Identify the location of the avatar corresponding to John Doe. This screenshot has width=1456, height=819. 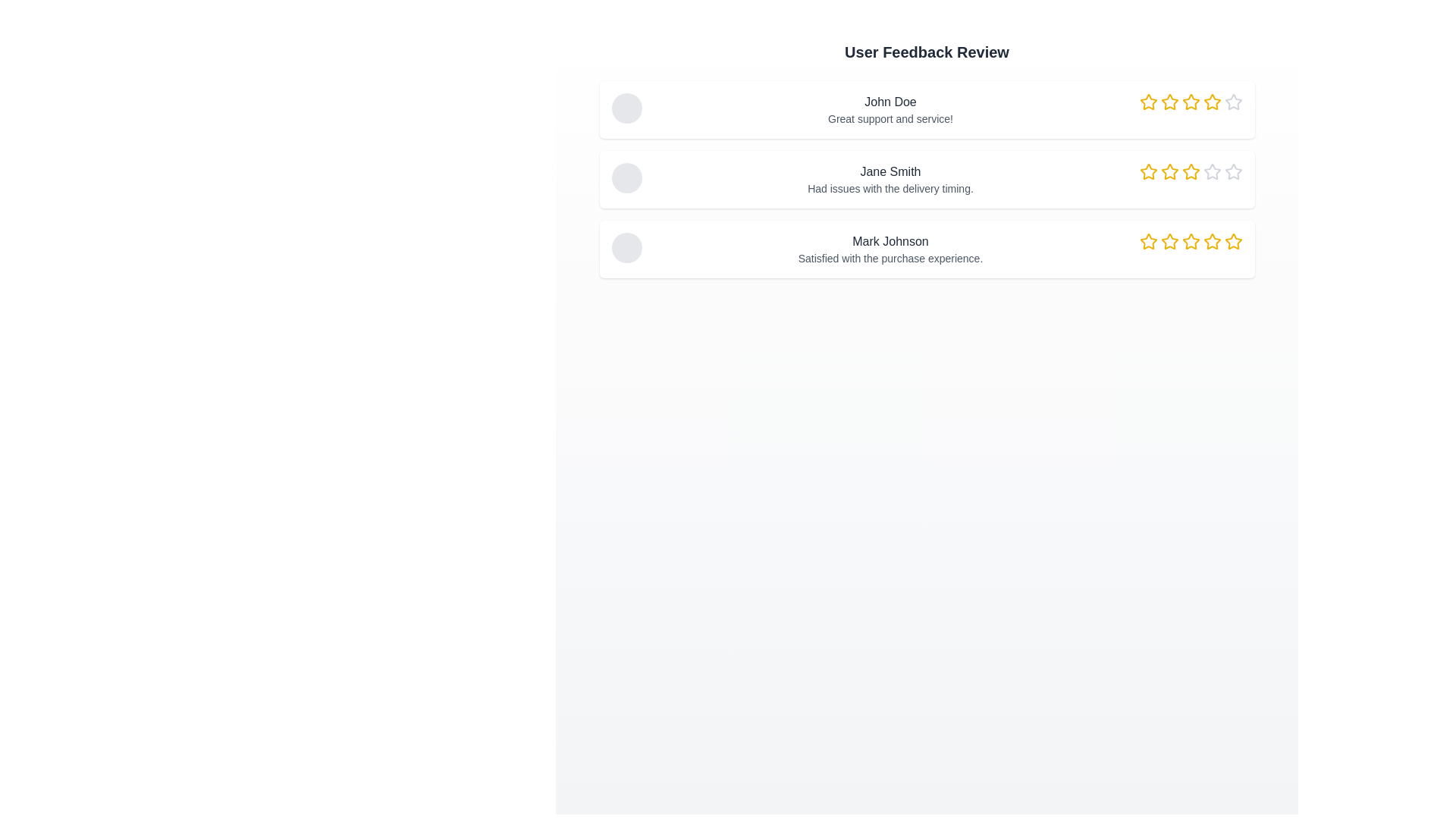
(626, 107).